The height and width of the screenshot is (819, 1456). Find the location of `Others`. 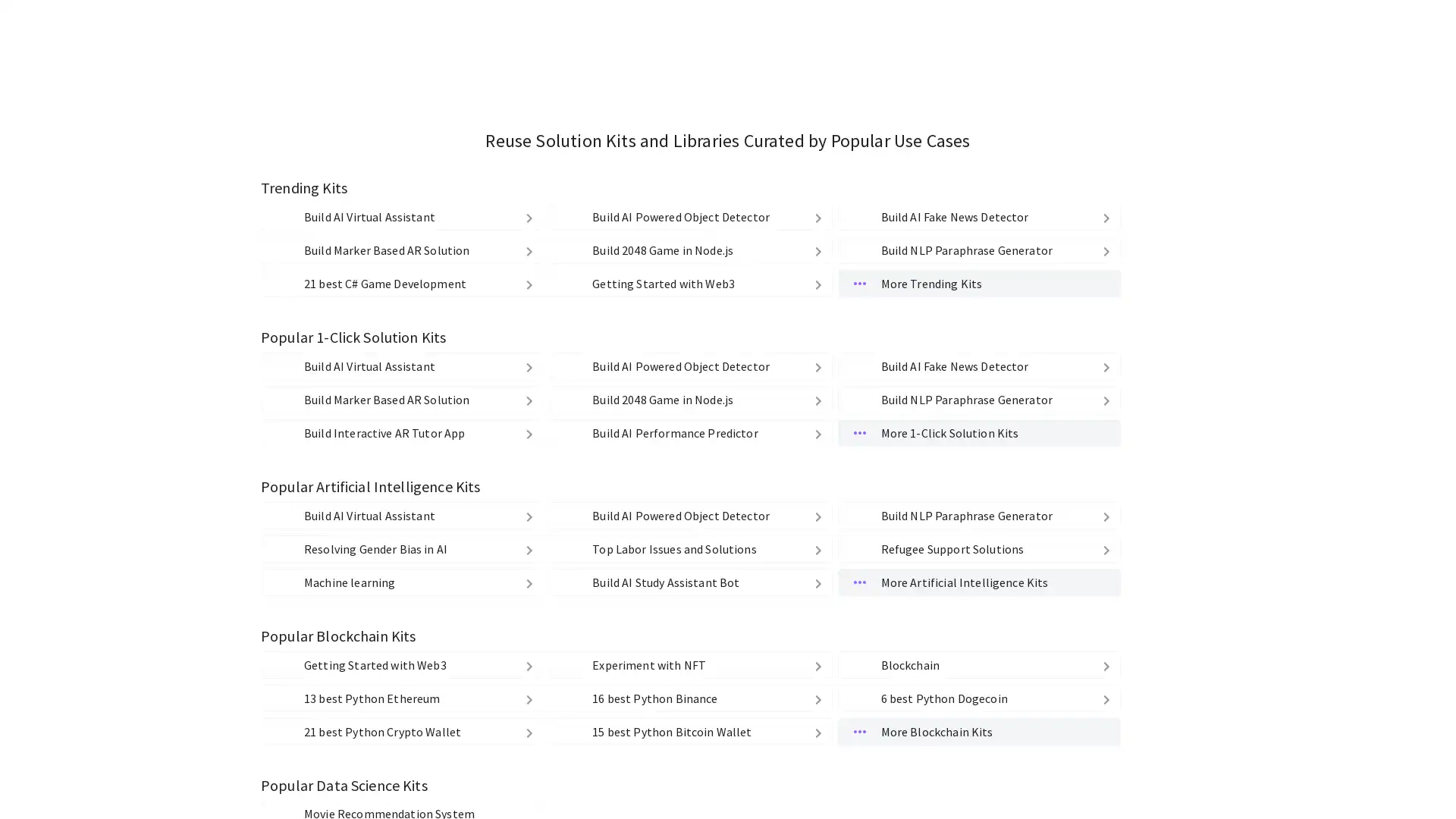

Others is located at coordinates (574, 447).